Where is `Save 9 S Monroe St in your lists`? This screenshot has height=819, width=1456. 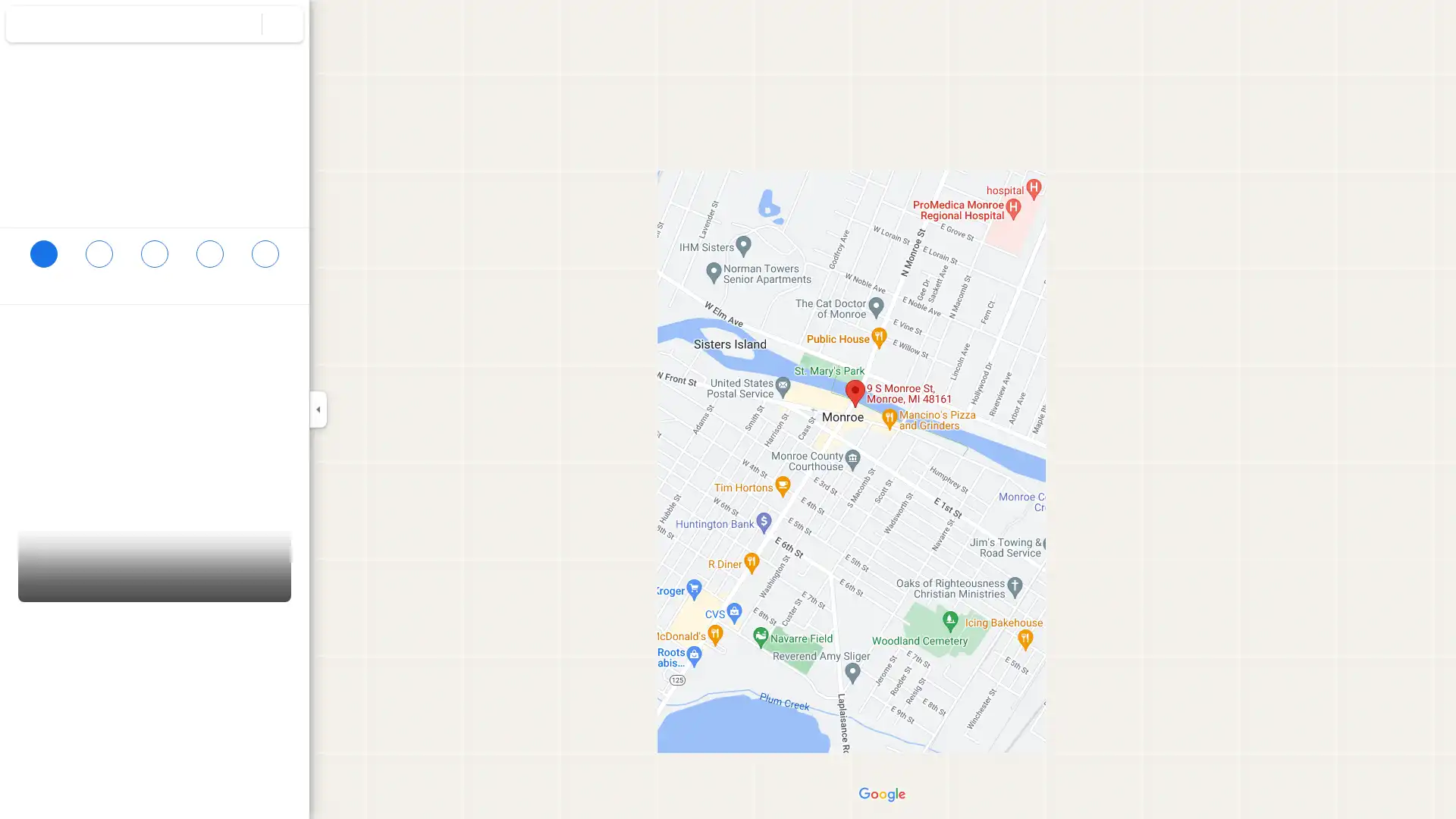
Save 9 S Monroe St in your lists is located at coordinates (98, 259).